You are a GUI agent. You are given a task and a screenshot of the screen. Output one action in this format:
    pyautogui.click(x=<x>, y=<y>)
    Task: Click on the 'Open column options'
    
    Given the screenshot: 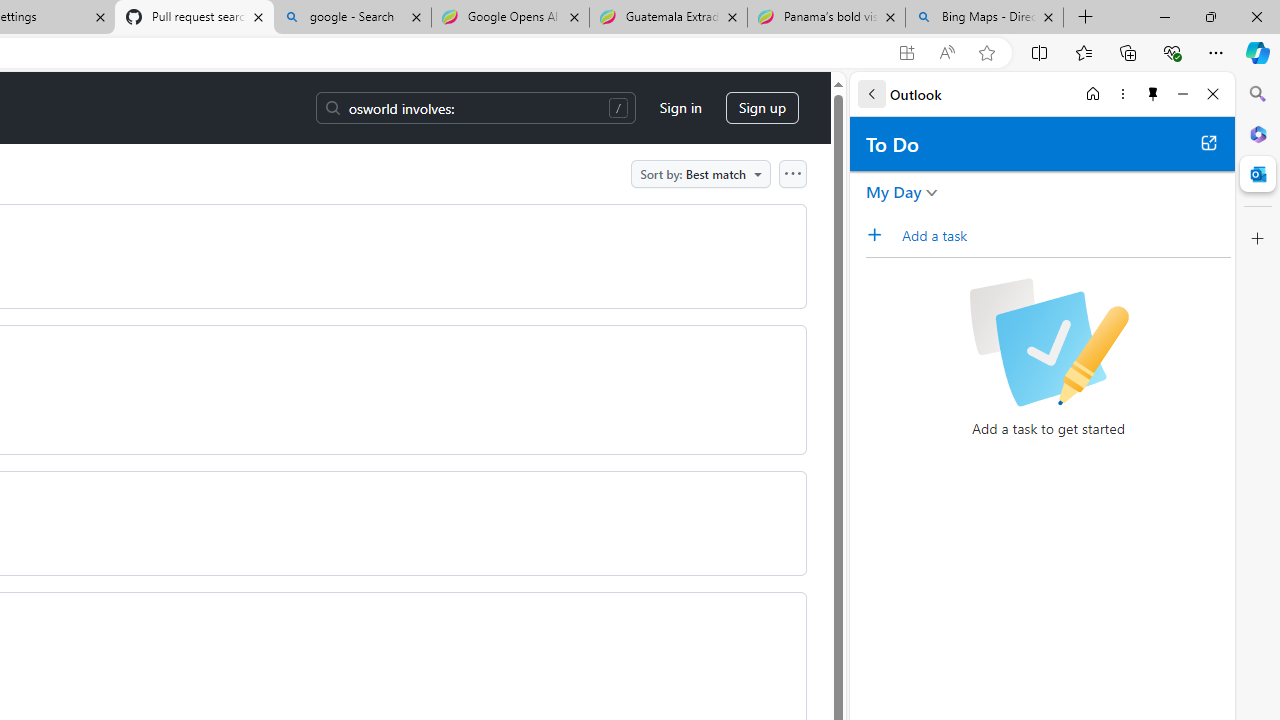 What is the action you would take?
    pyautogui.click(x=791, y=172)
    